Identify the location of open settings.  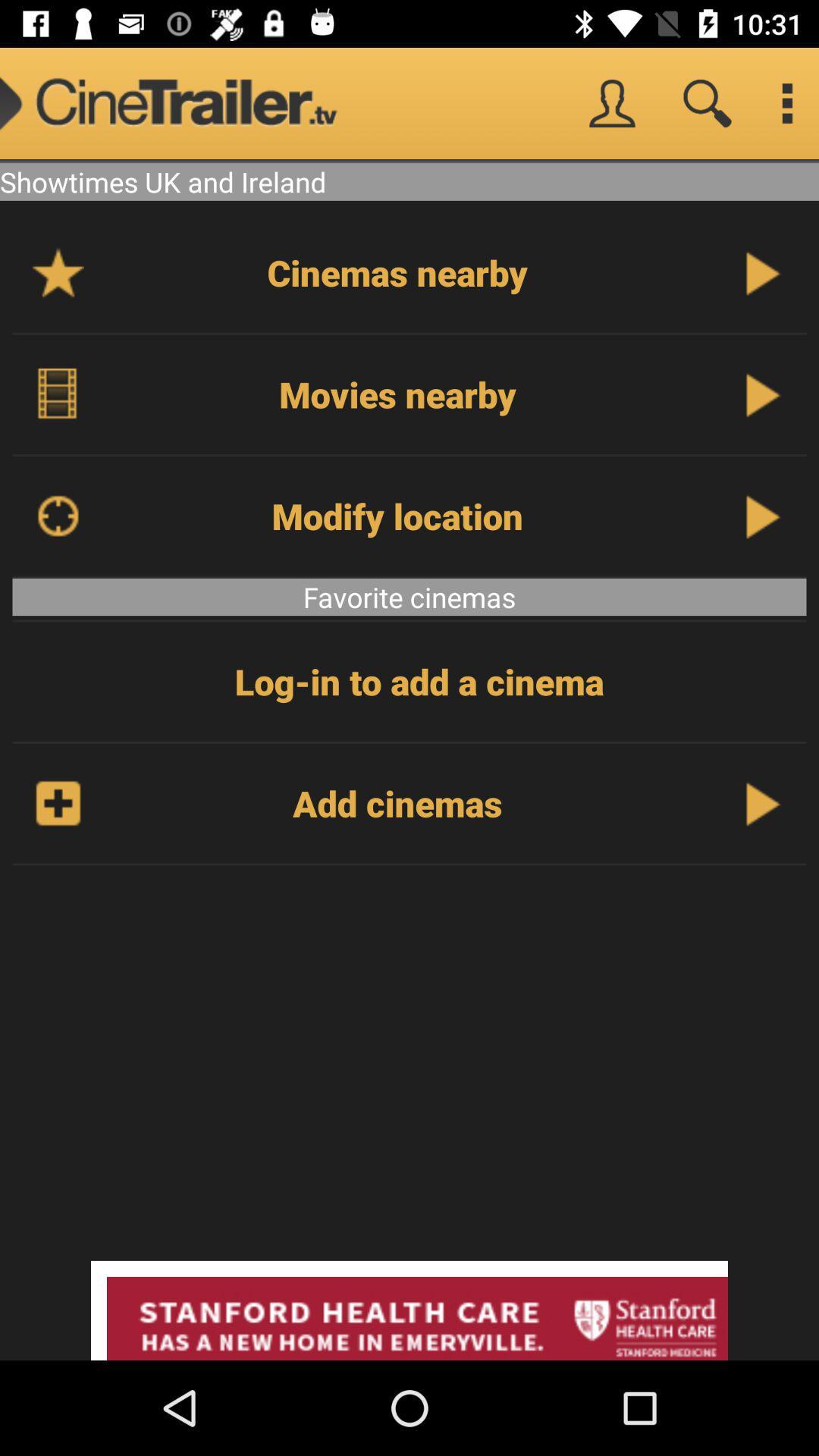
(786, 102).